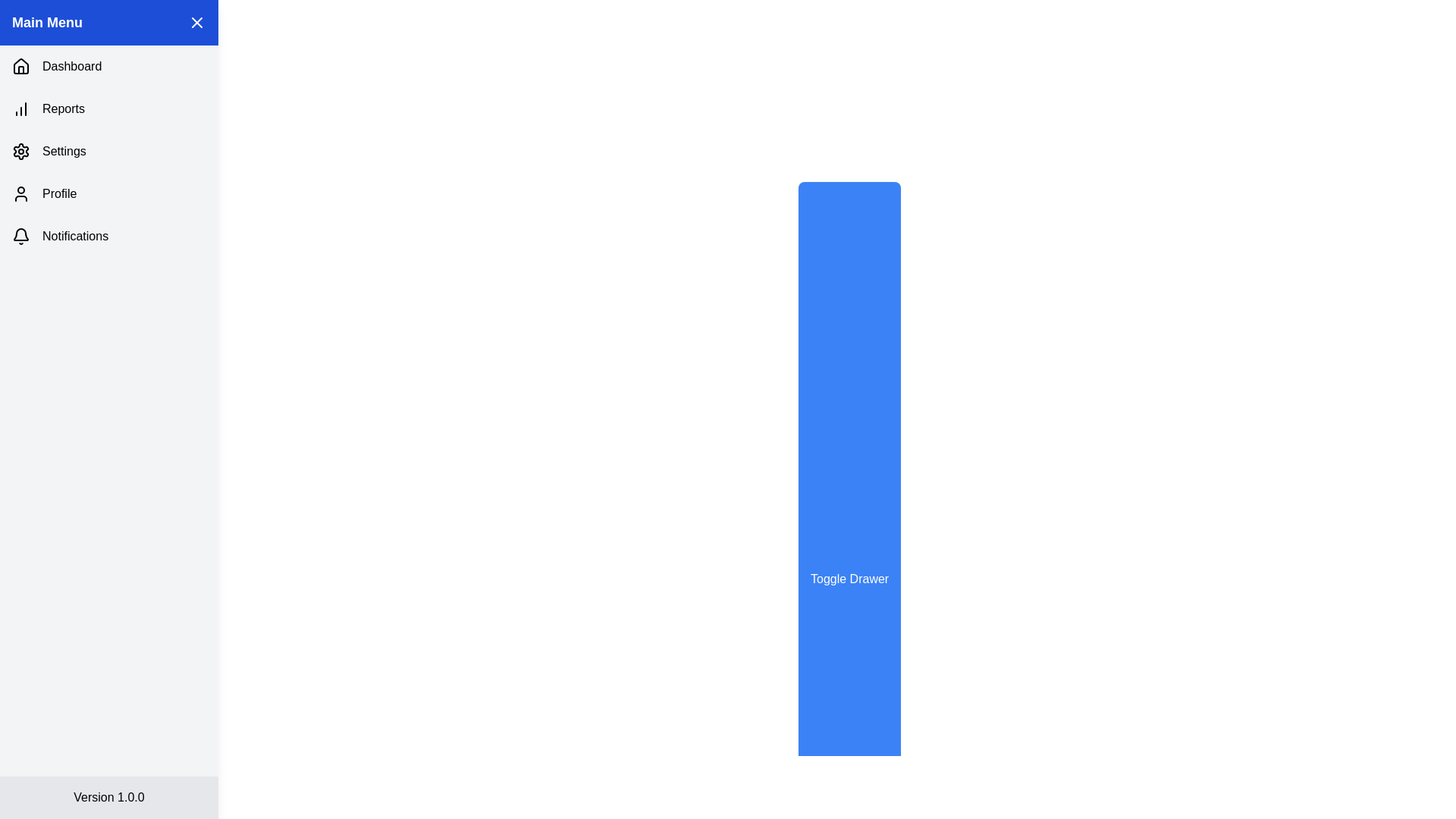 Image resolution: width=1456 pixels, height=819 pixels. What do you see at coordinates (196, 23) in the screenshot?
I see `the white 'X' icon on the blue header bar` at bounding box center [196, 23].